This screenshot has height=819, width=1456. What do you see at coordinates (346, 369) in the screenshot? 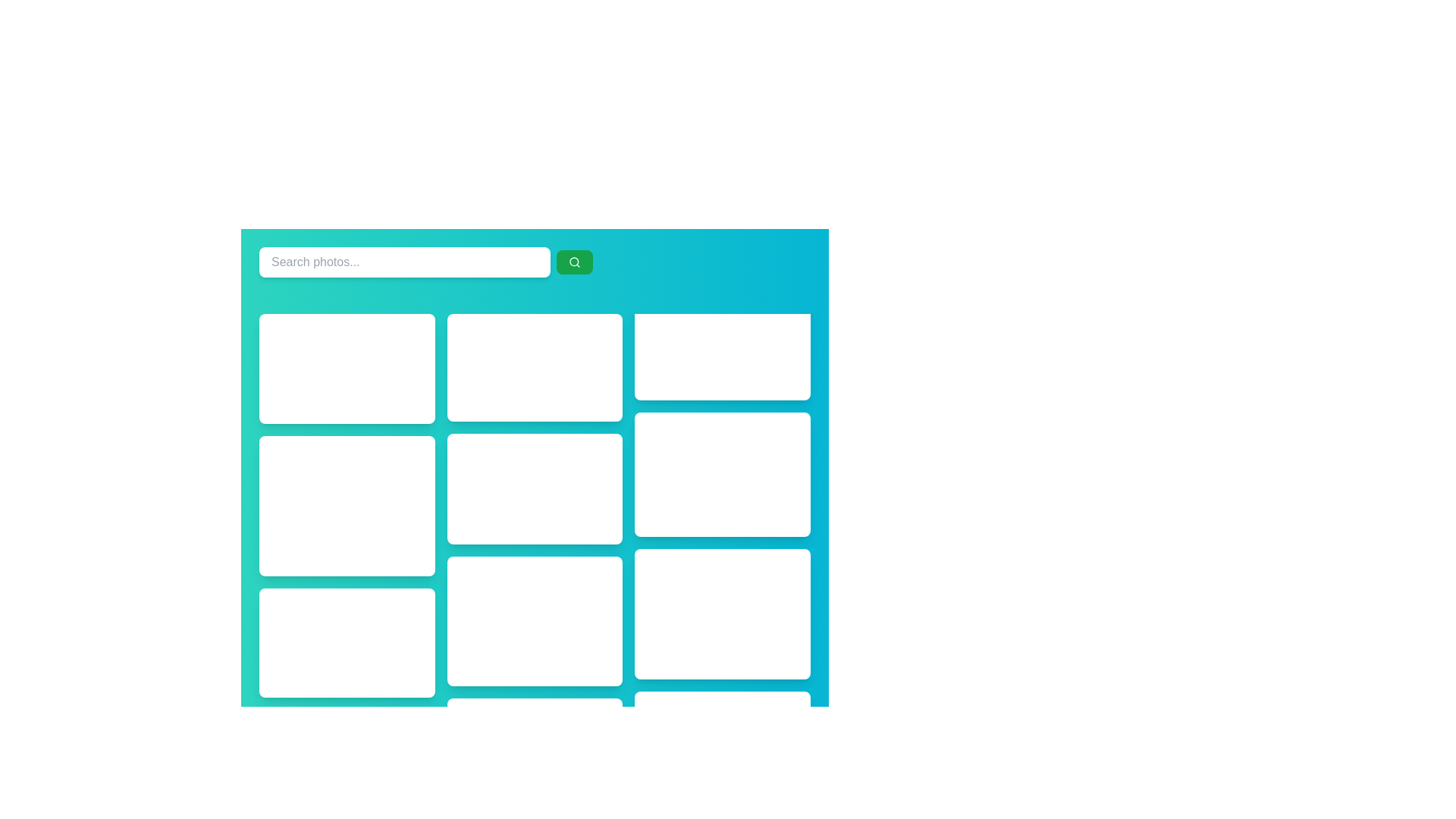
I see `the interactive card displaying 'Photo 1', located at the top-left position in the grid layout below the search bar` at bounding box center [346, 369].